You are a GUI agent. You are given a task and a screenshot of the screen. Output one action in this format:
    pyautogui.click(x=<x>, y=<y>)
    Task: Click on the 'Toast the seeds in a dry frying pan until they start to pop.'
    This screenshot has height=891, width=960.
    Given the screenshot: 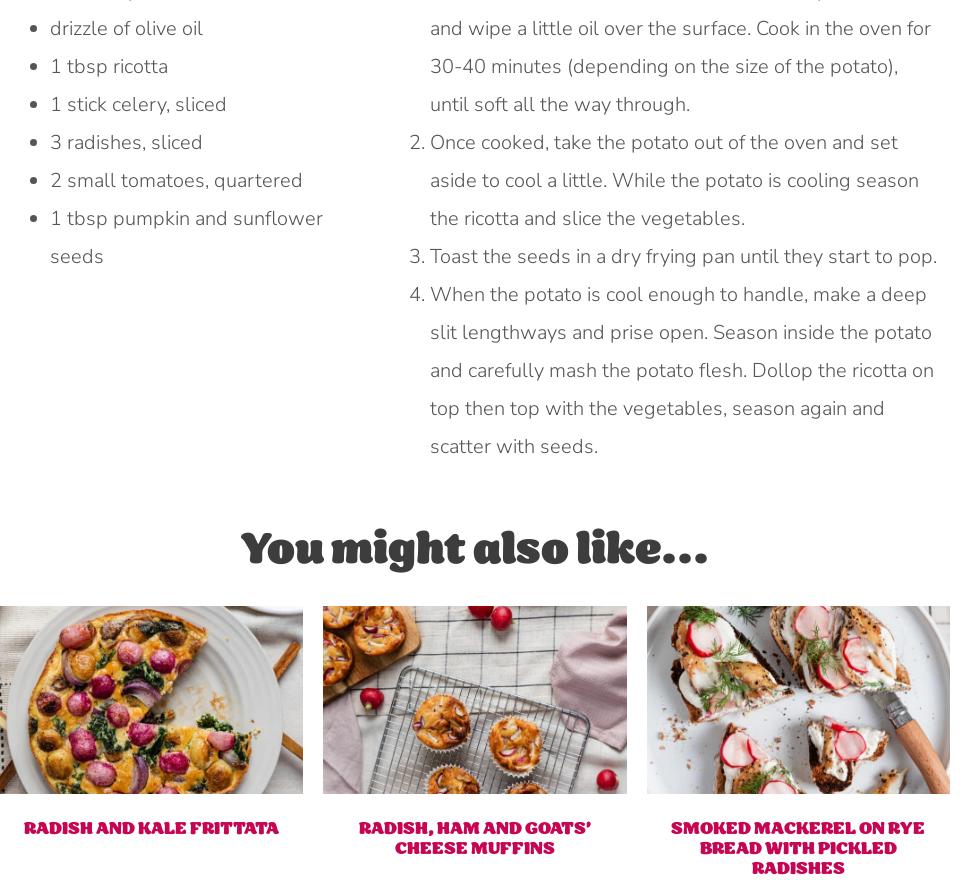 What is the action you would take?
    pyautogui.click(x=682, y=255)
    